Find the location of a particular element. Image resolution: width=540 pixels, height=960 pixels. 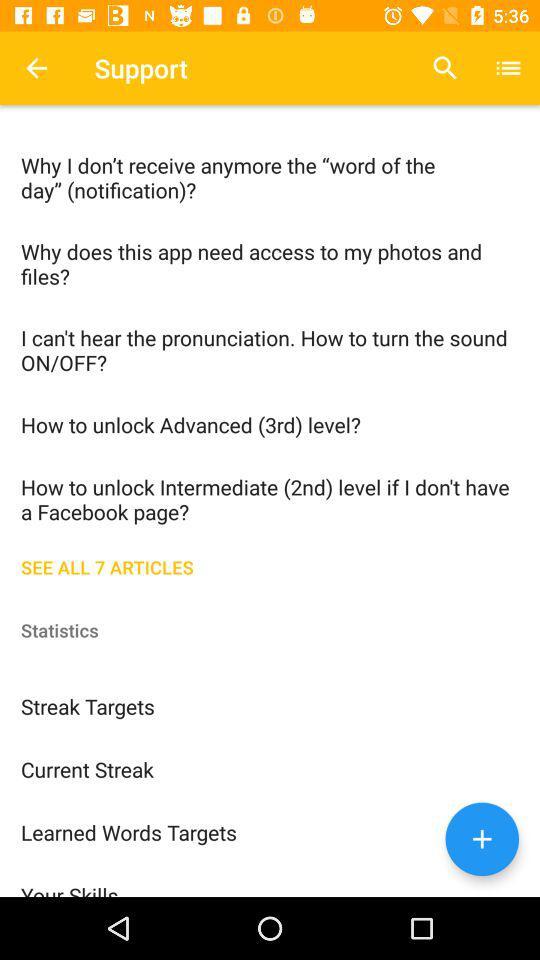

item below current streak icon is located at coordinates (270, 831).